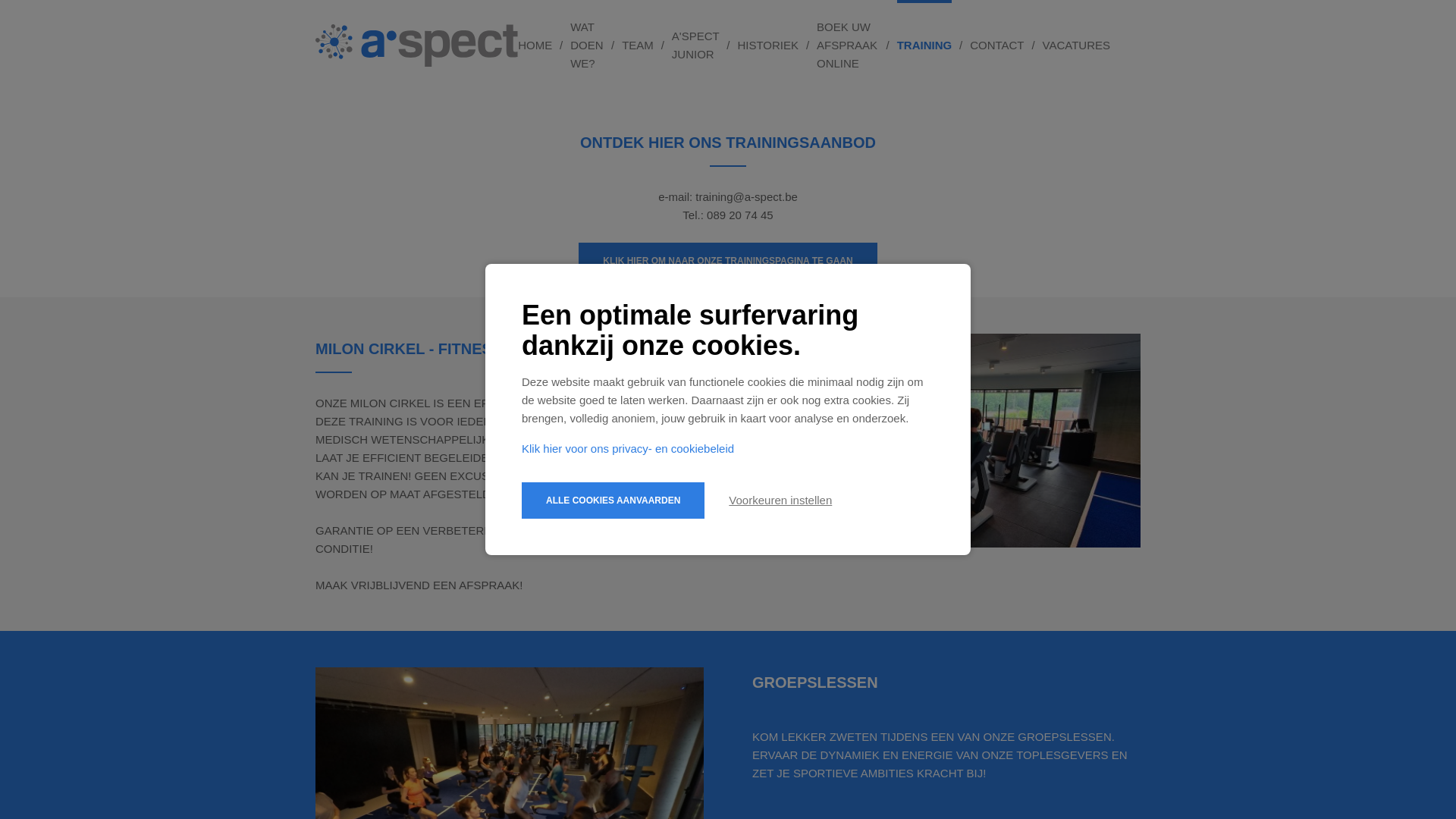  I want to click on 'ALLE COOKIES AANVAARDEN', so click(613, 500).